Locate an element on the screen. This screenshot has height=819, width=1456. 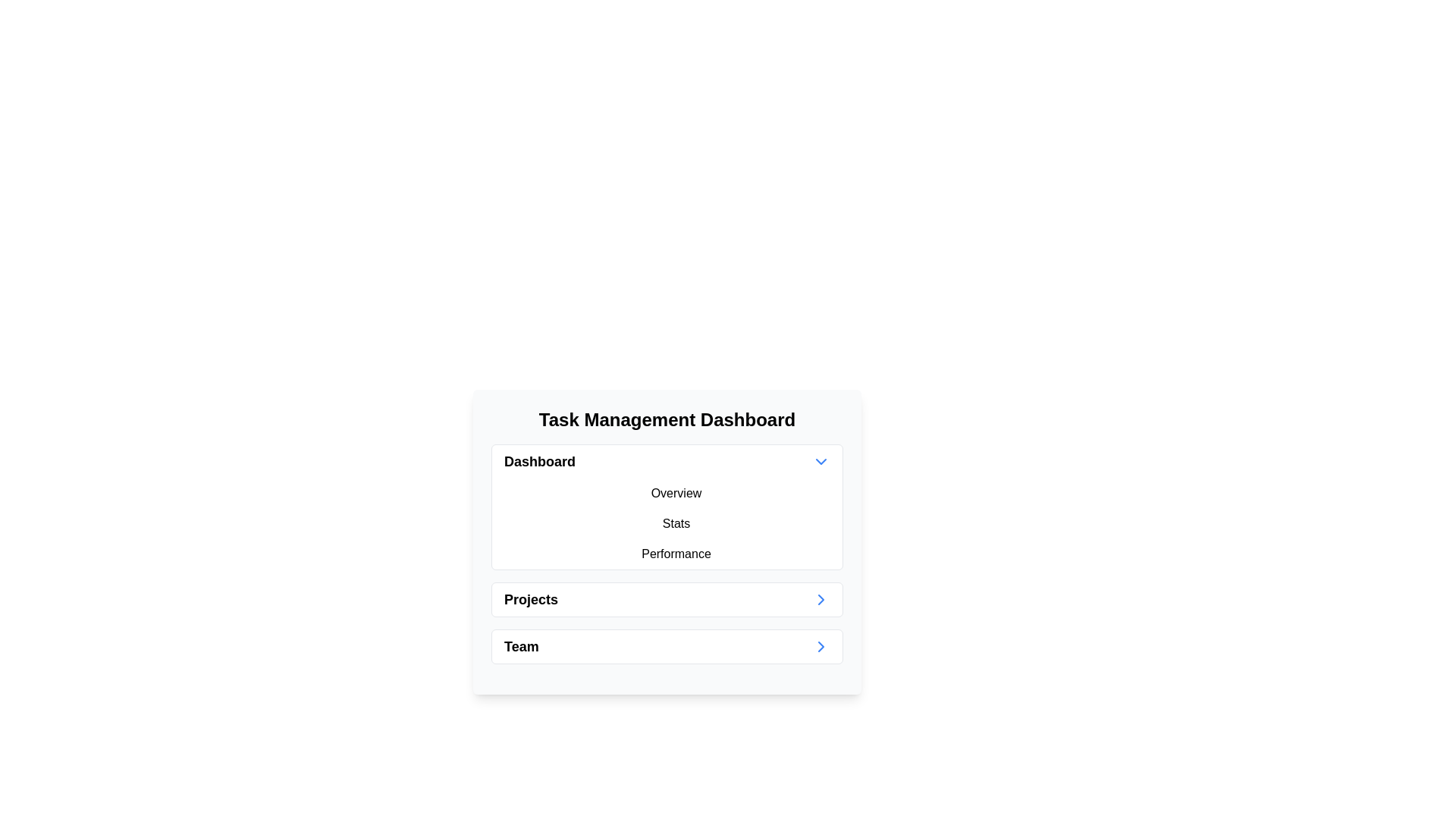
the 'Team' button located at the bottom of the vertically stacked list is located at coordinates (667, 646).